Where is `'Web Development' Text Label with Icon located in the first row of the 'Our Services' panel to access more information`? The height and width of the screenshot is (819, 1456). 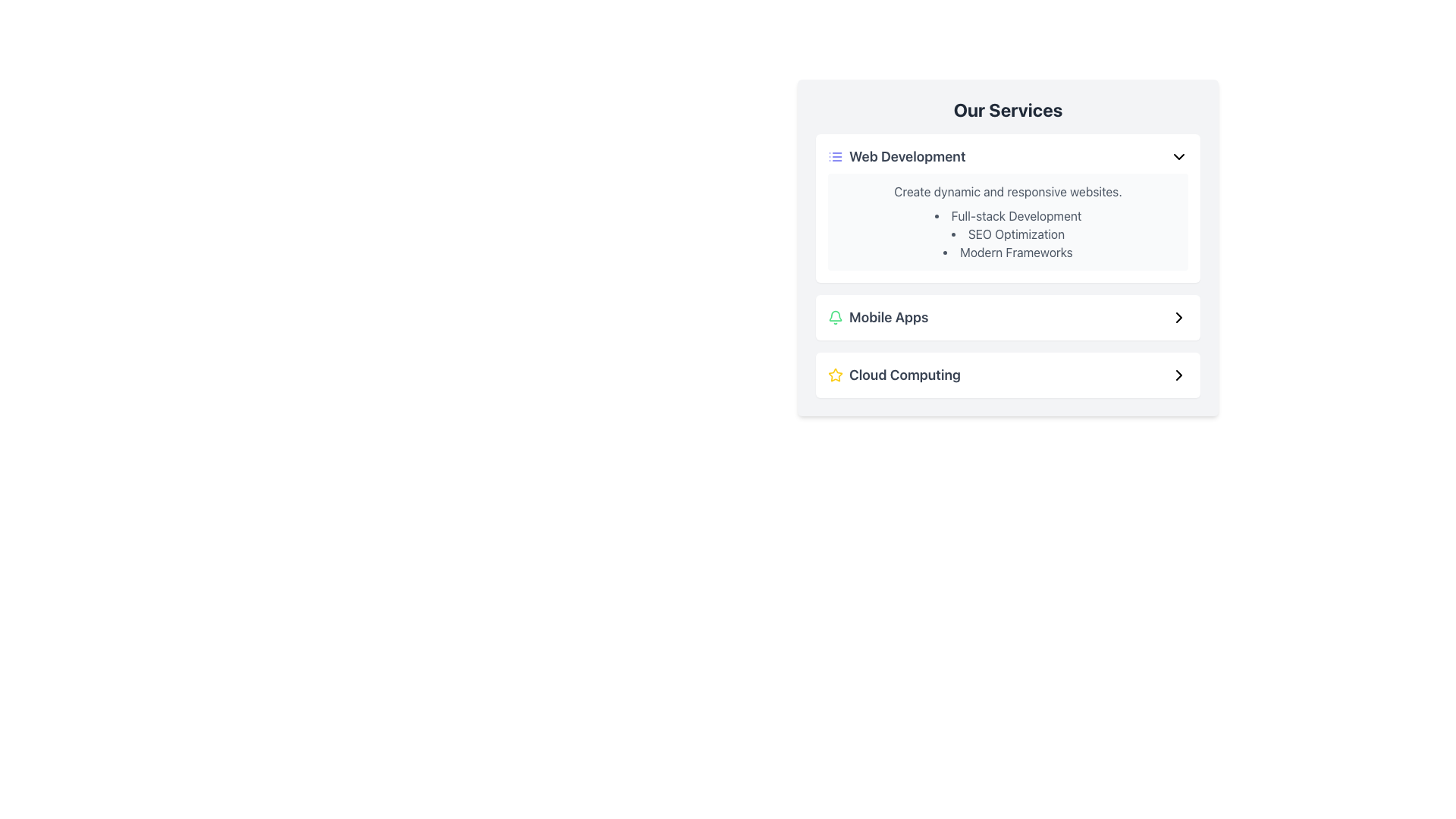
'Web Development' Text Label with Icon located in the first row of the 'Our Services' panel to access more information is located at coordinates (896, 157).